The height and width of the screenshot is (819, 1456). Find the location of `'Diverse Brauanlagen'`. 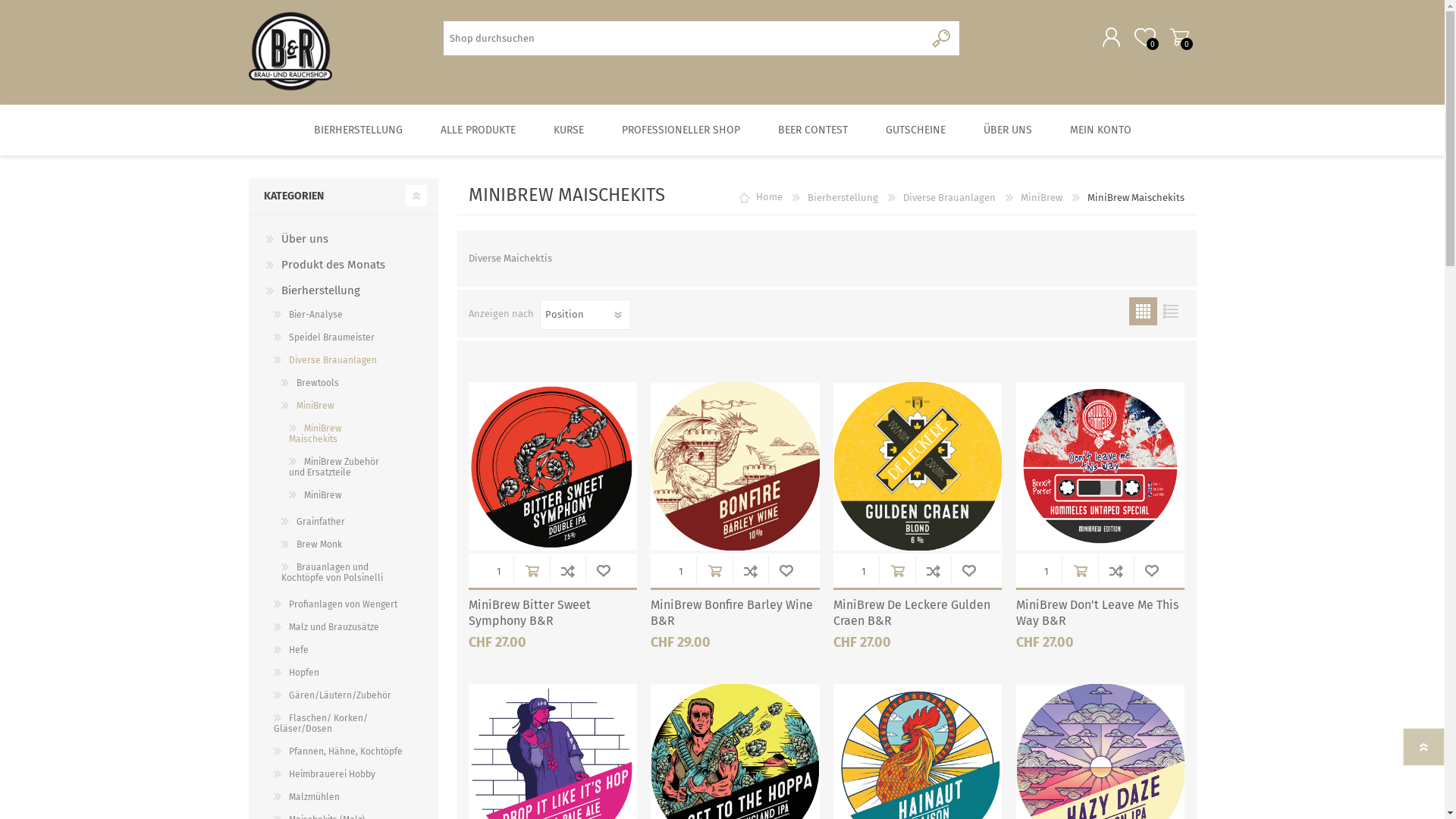

'Diverse Brauanlagen' is located at coordinates (949, 196).